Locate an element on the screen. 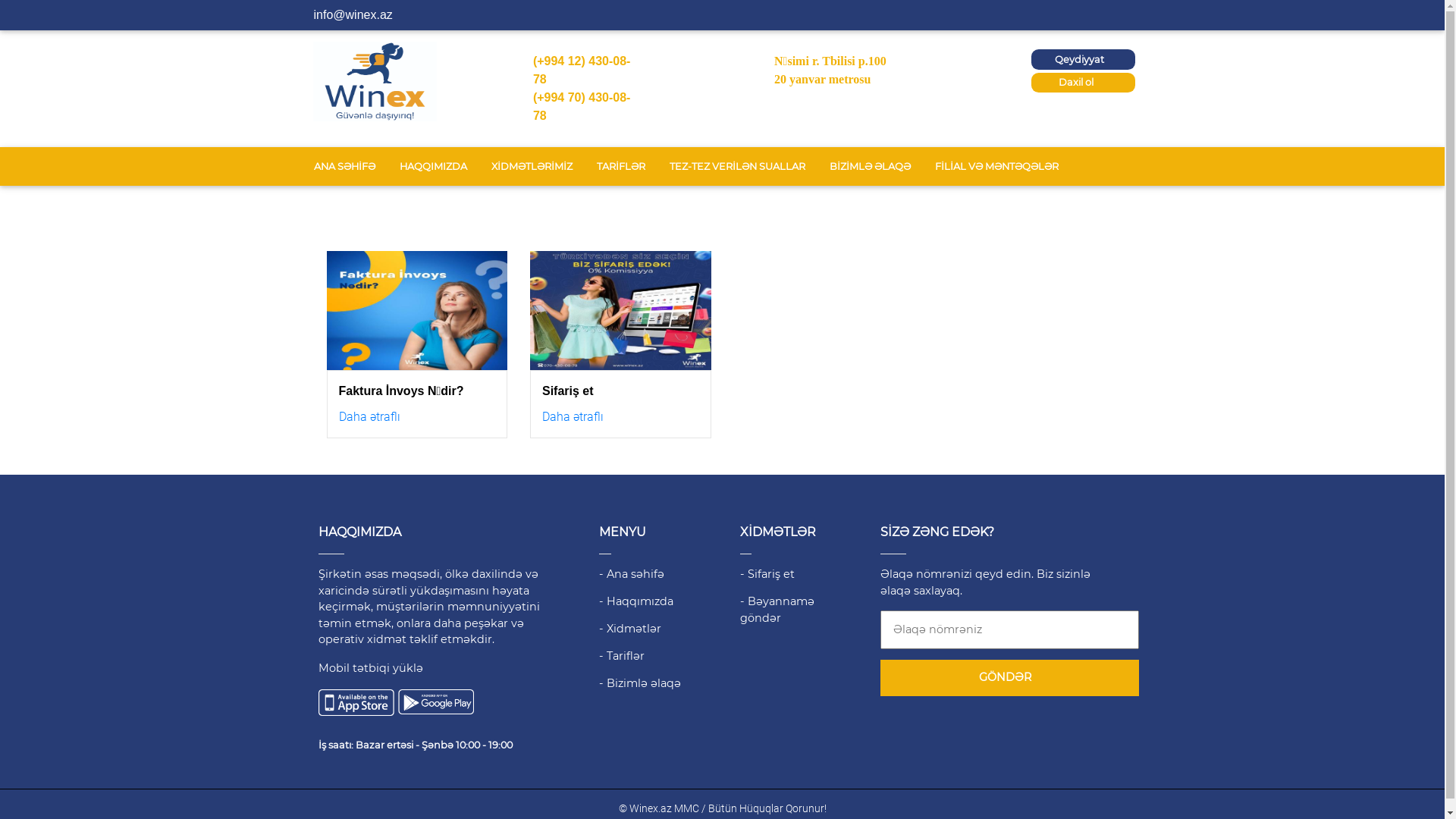 The image size is (1456, 819). '(+994 12) 430-08-78' is located at coordinates (581, 70).